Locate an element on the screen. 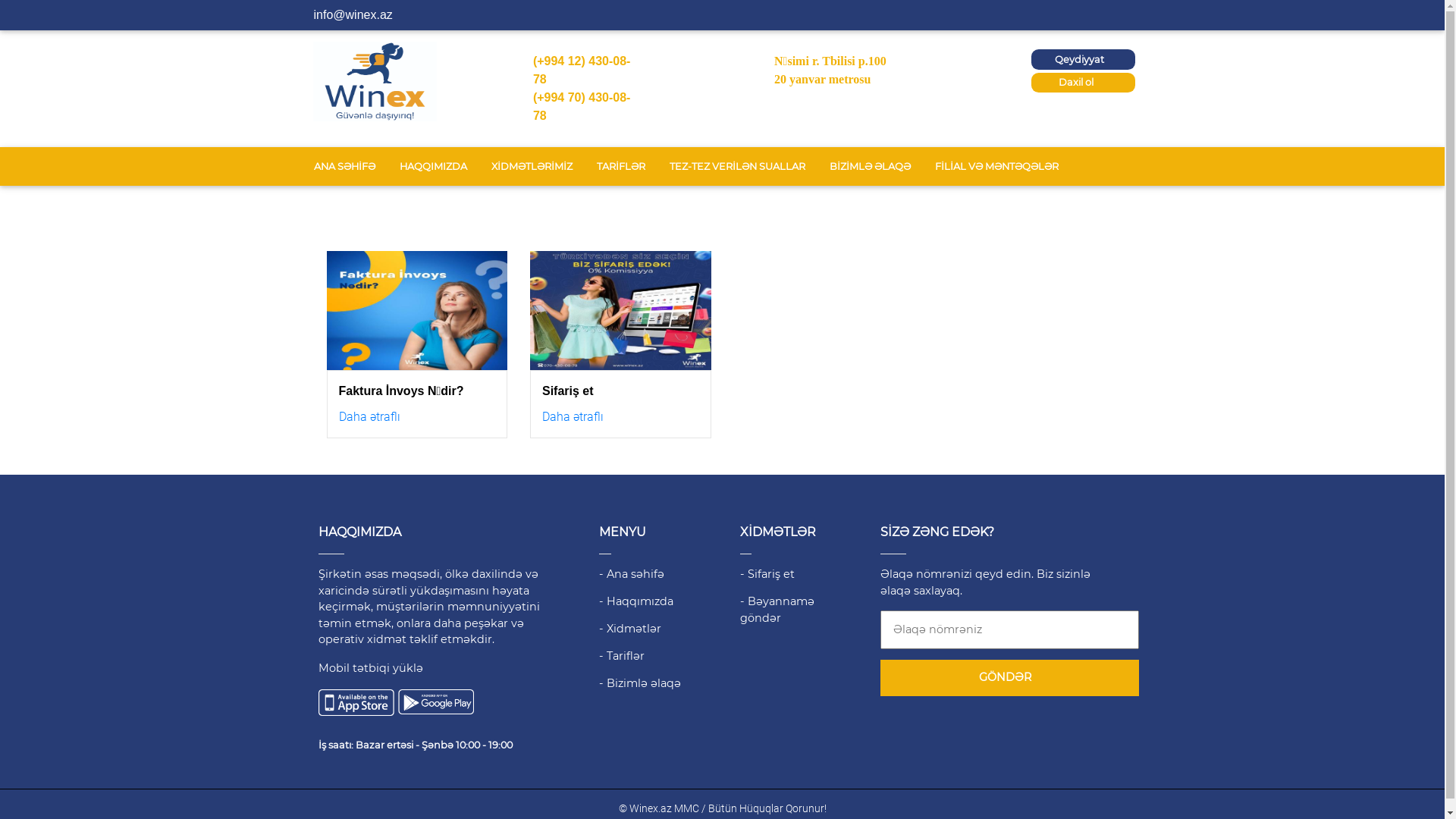 The image size is (1456, 819). '(+994 12) 430-08-78' is located at coordinates (581, 70).